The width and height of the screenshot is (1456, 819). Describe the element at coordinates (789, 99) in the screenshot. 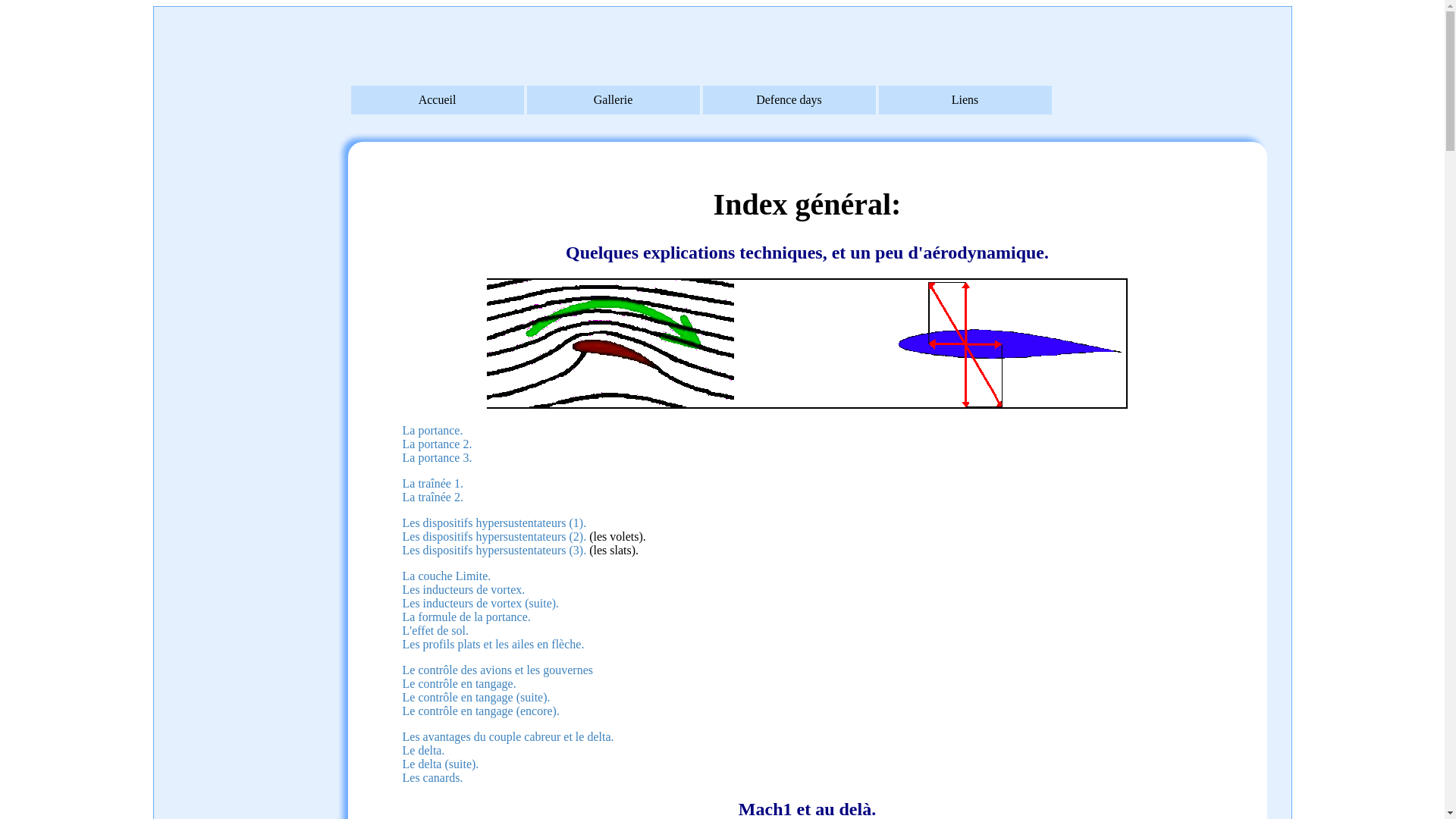

I see `'Defence days'` at that location.